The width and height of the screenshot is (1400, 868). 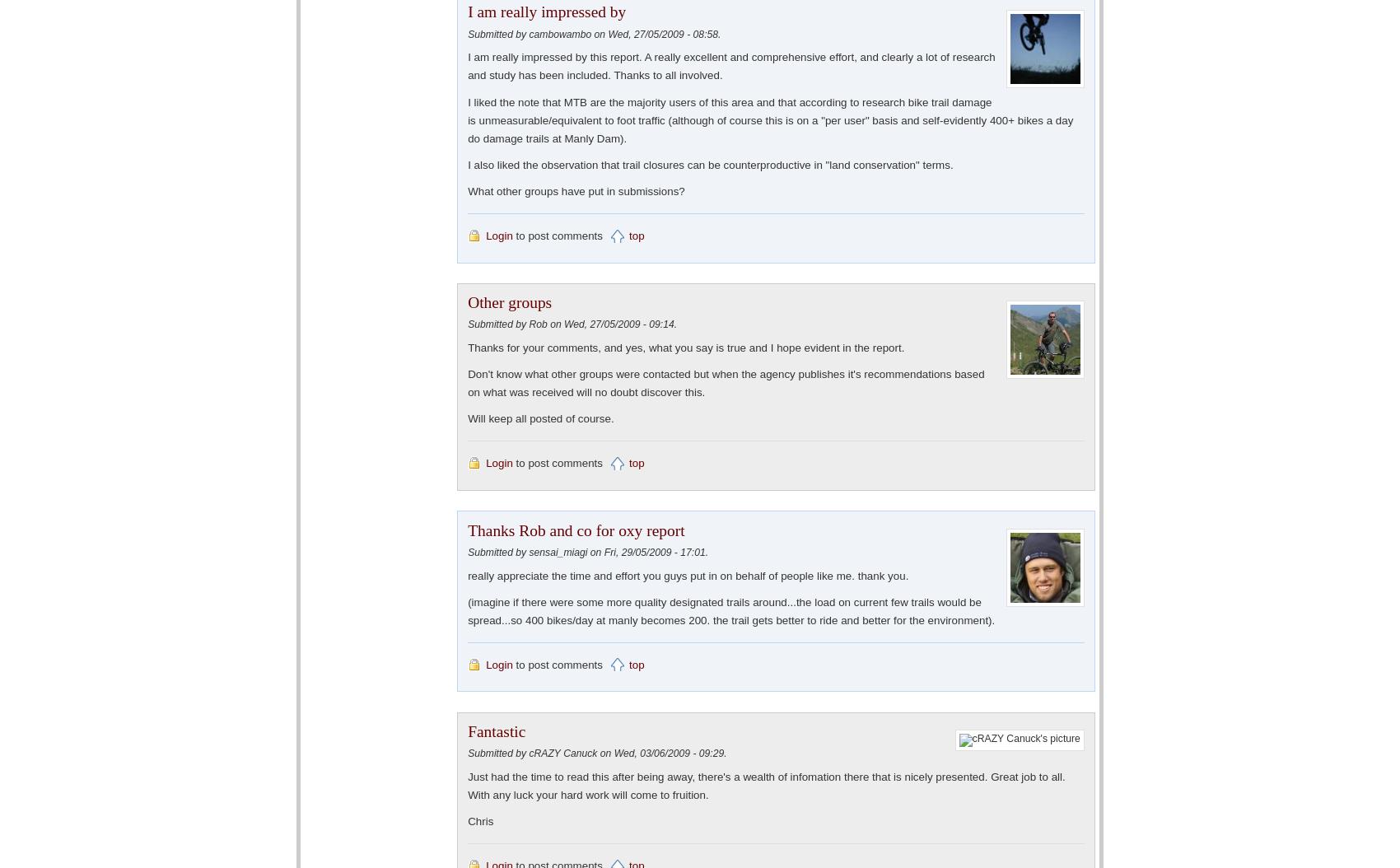 I want to click on 'Fantastic', so click(x=495, y=730).